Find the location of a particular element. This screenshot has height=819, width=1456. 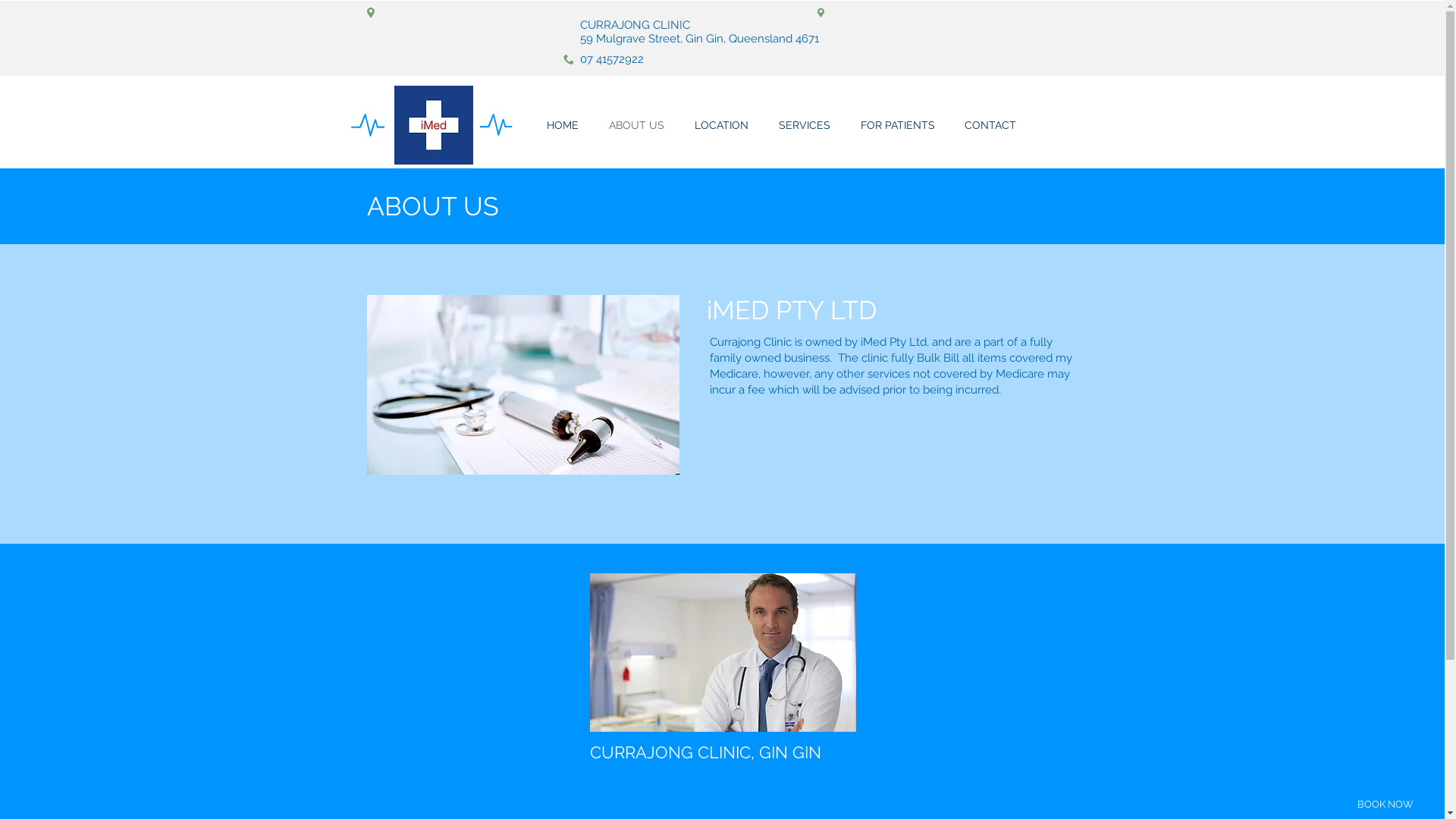

'FOR PATIENTS' is located at coordinates (843, 124).